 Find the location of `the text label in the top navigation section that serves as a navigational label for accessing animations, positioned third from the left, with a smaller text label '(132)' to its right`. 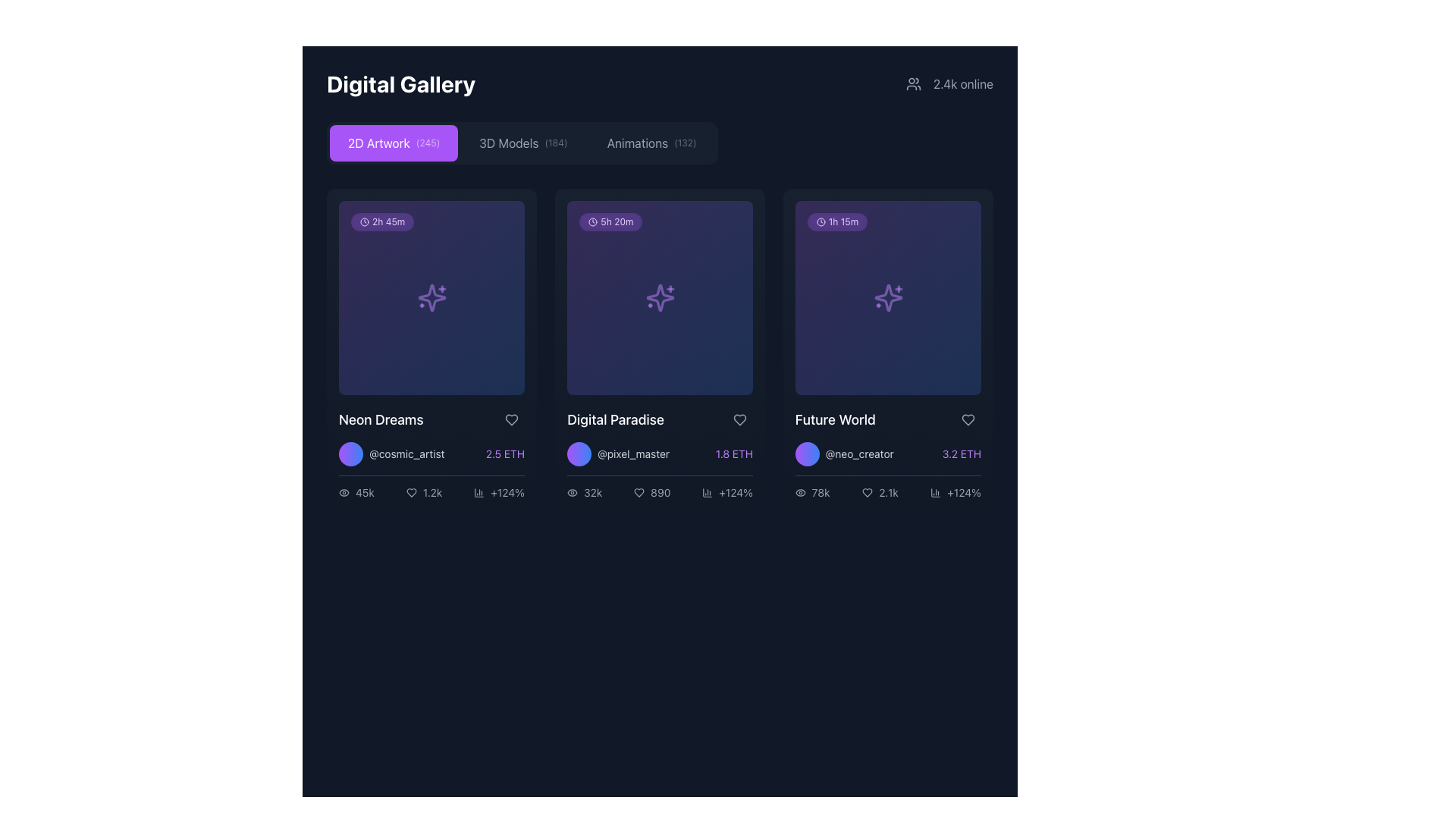

the text label in the top navigation section that serves as a navigational label for accessing animations, positioned third from the left, with a smaller text label '(132)' to its right is located at coordinates (637, 143).